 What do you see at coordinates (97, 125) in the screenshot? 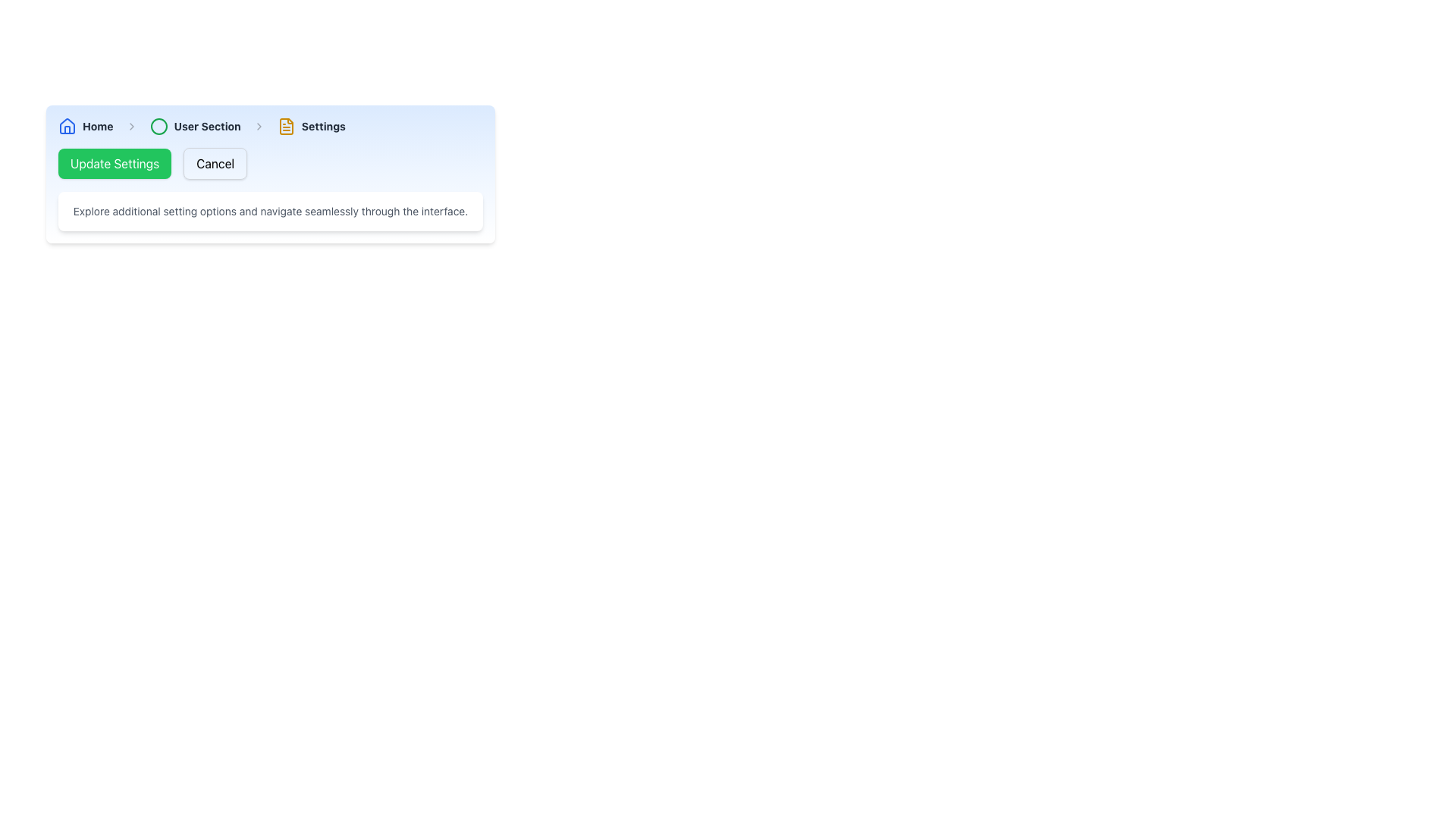
I see `the 'Home' text label that is styled in bold grey font and positioned to the right of a house icon in the breadcrumb navigation` at bounding box center [97, 125].